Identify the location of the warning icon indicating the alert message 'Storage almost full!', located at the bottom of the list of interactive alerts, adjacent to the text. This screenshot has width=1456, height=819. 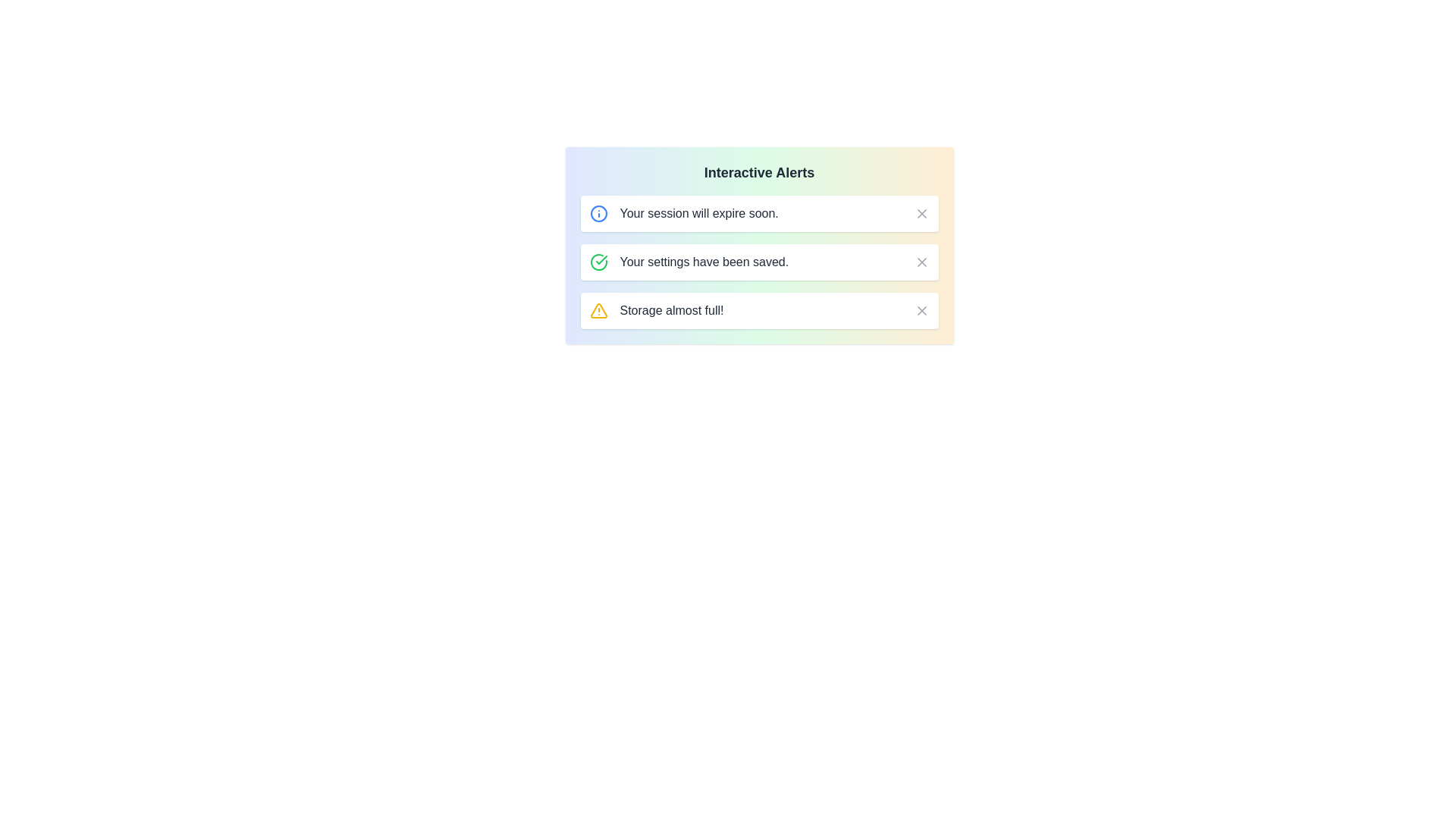
(598, 309).